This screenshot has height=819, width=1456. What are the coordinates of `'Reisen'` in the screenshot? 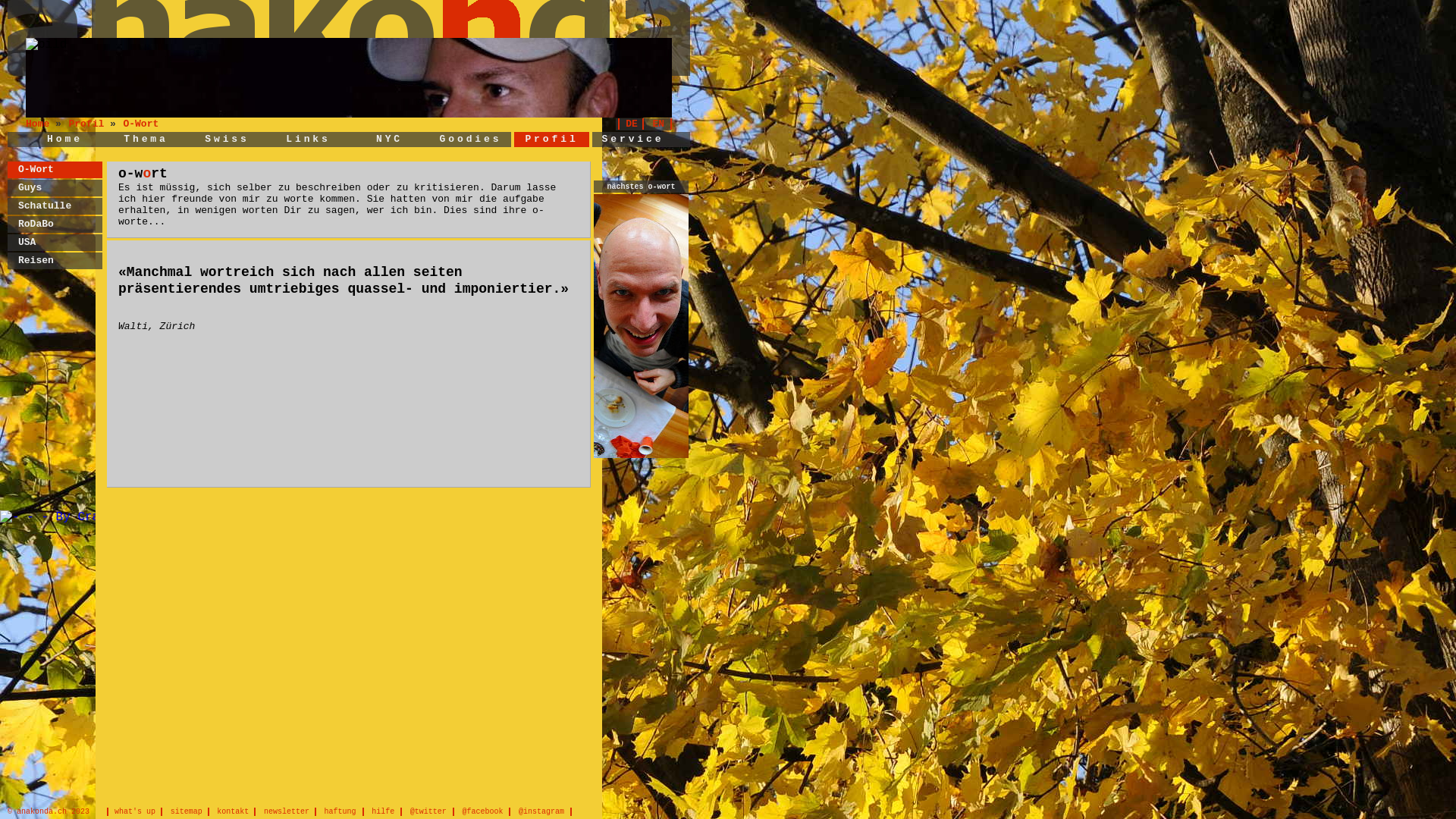 It's located at (36, 259).